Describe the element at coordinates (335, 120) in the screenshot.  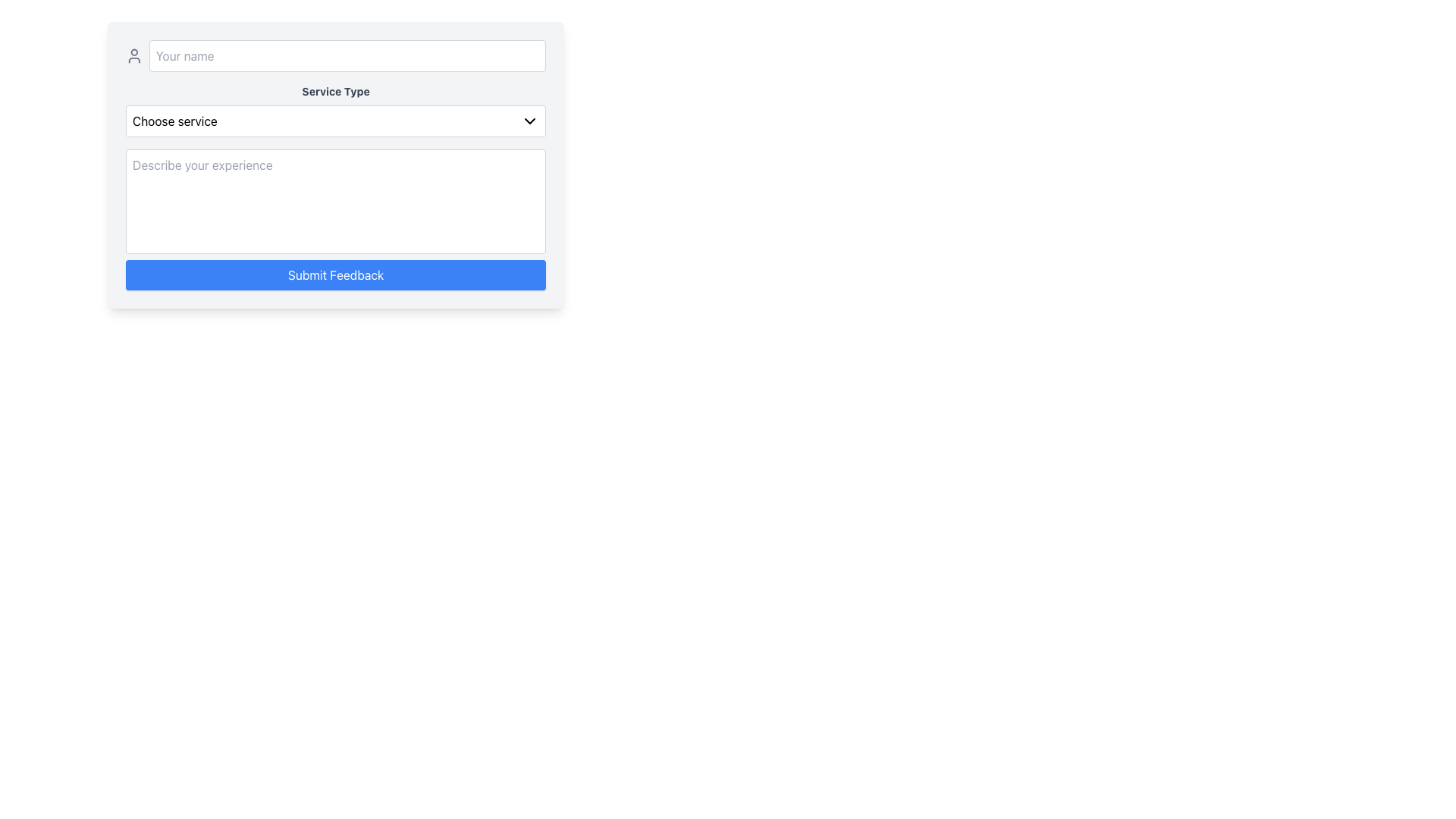
I see `the dropdown menu labeled 'Choose service'` at that location.